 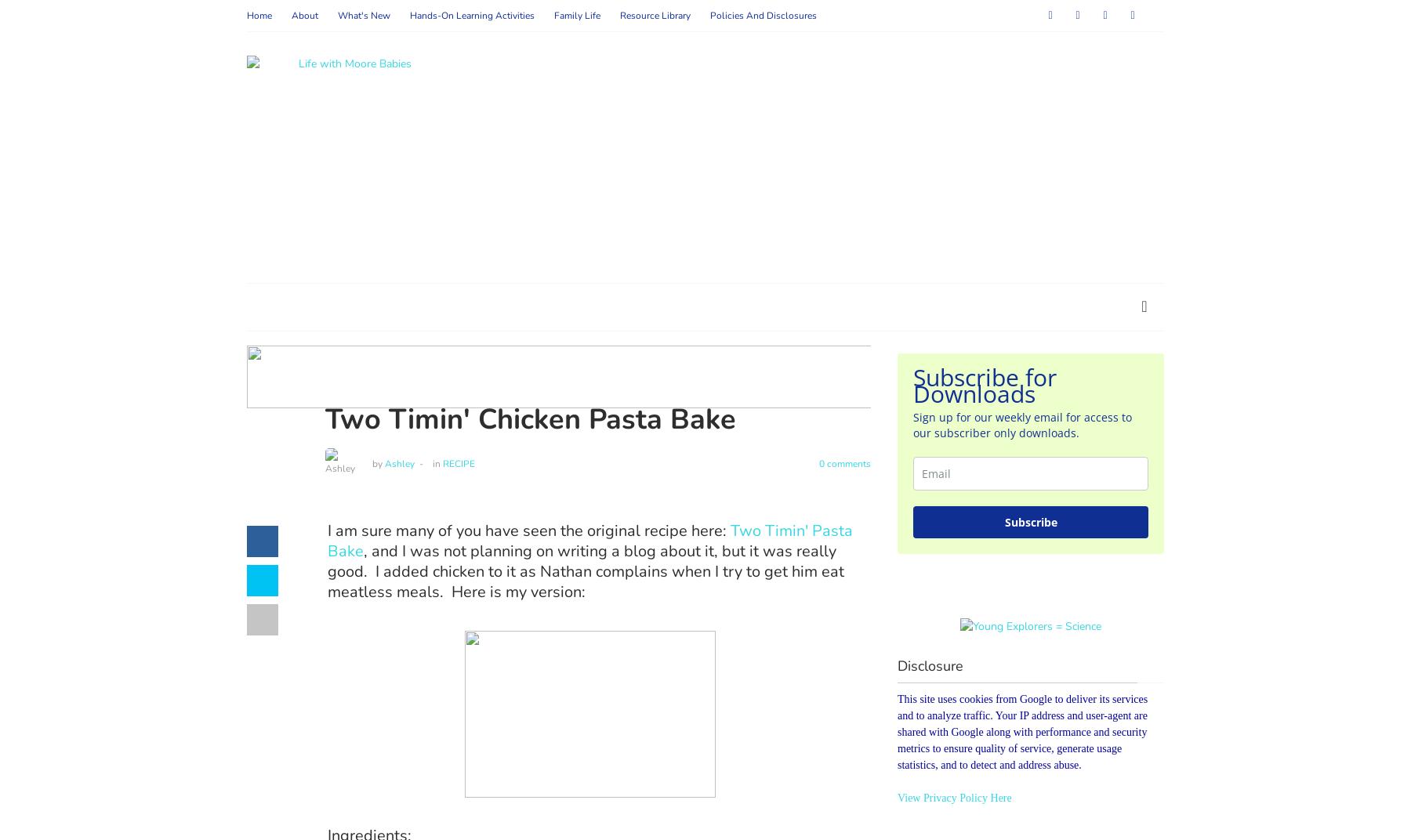 I want to click on 'What's New', so click(x=337, y=15).